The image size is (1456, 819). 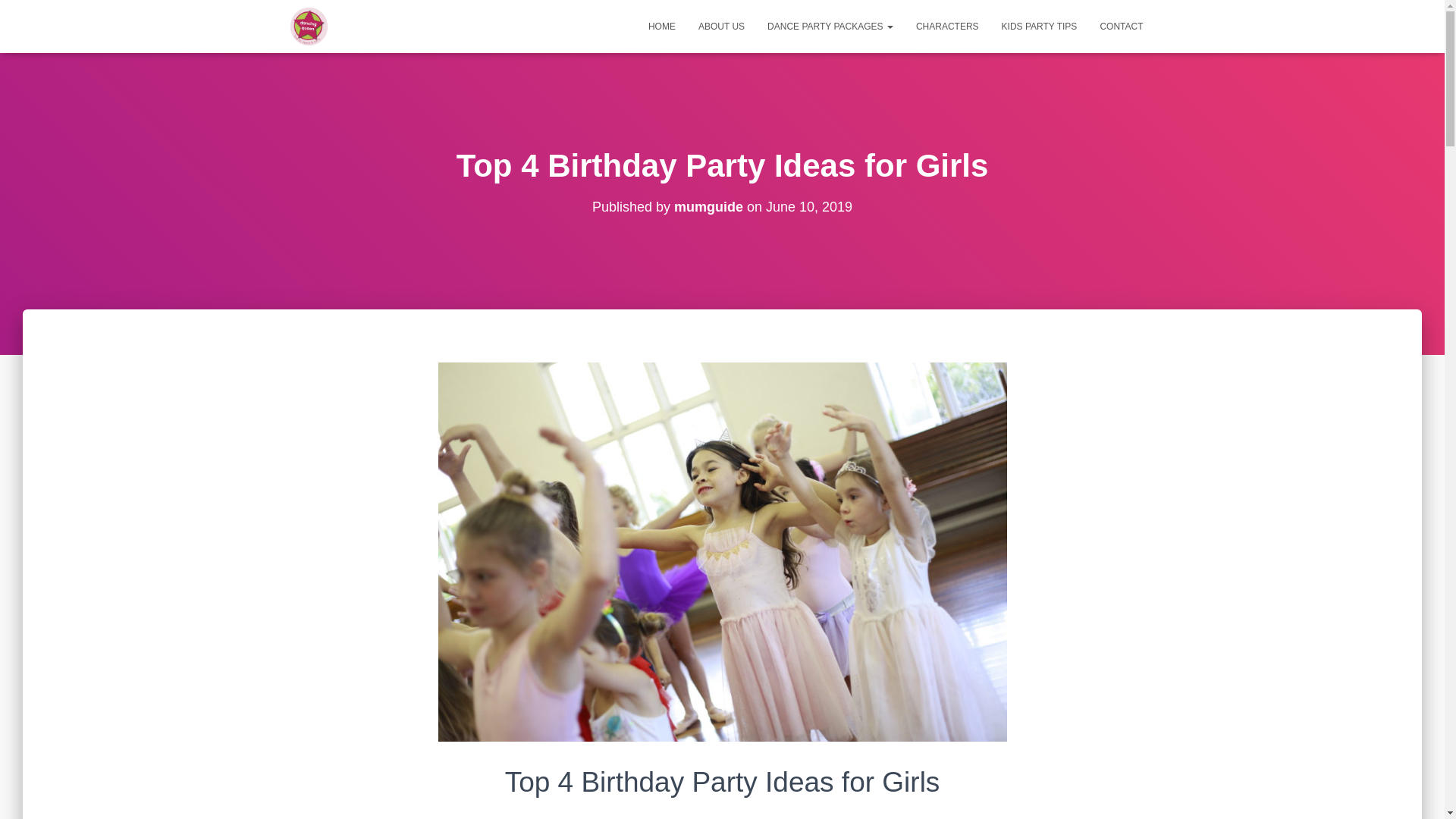 I want to click on 'ABOUT US', so click(x=720, y=26).